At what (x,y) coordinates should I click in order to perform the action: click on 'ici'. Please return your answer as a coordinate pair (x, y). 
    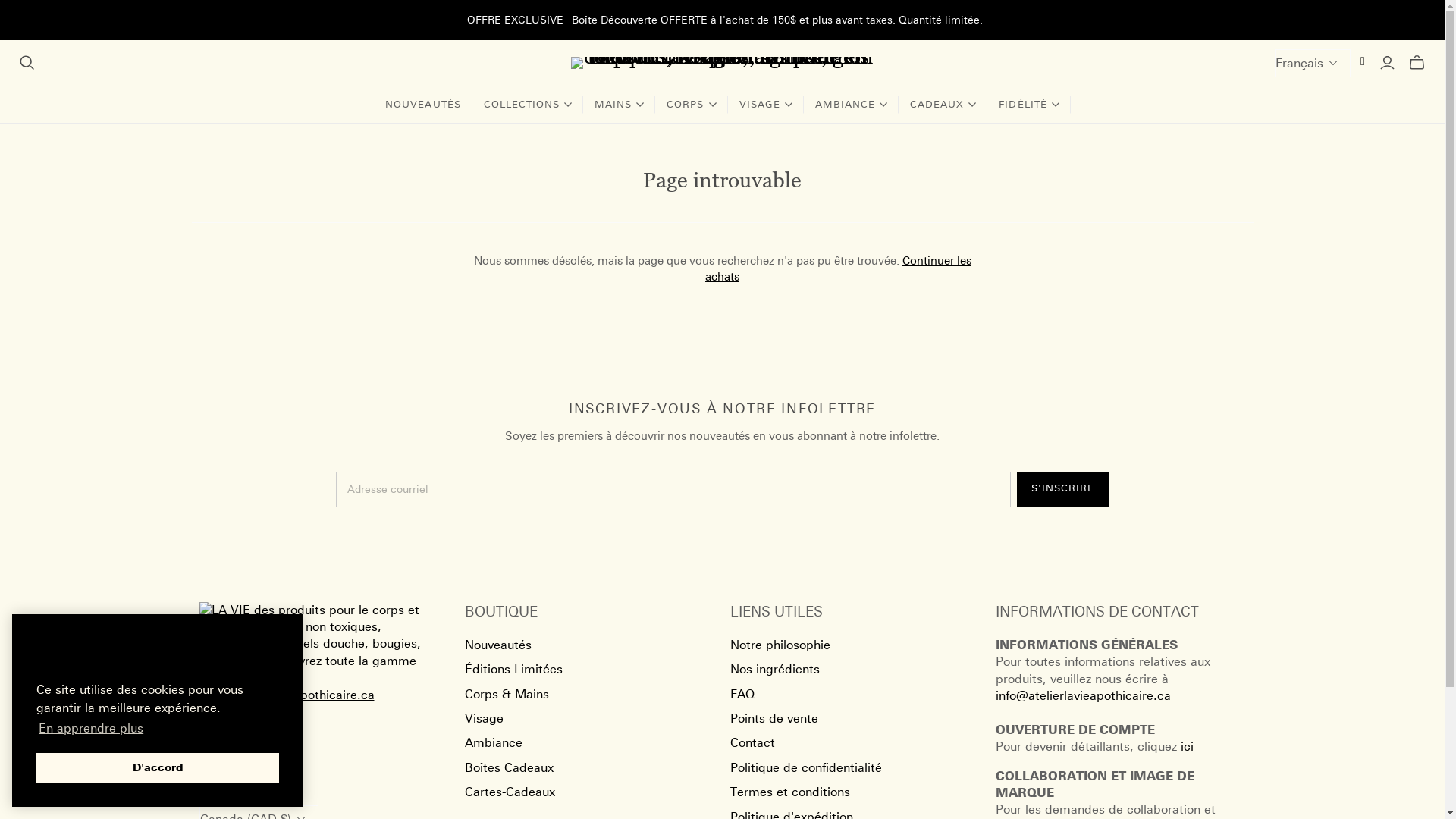
    Looking at the image, I should click on (1185, 745).